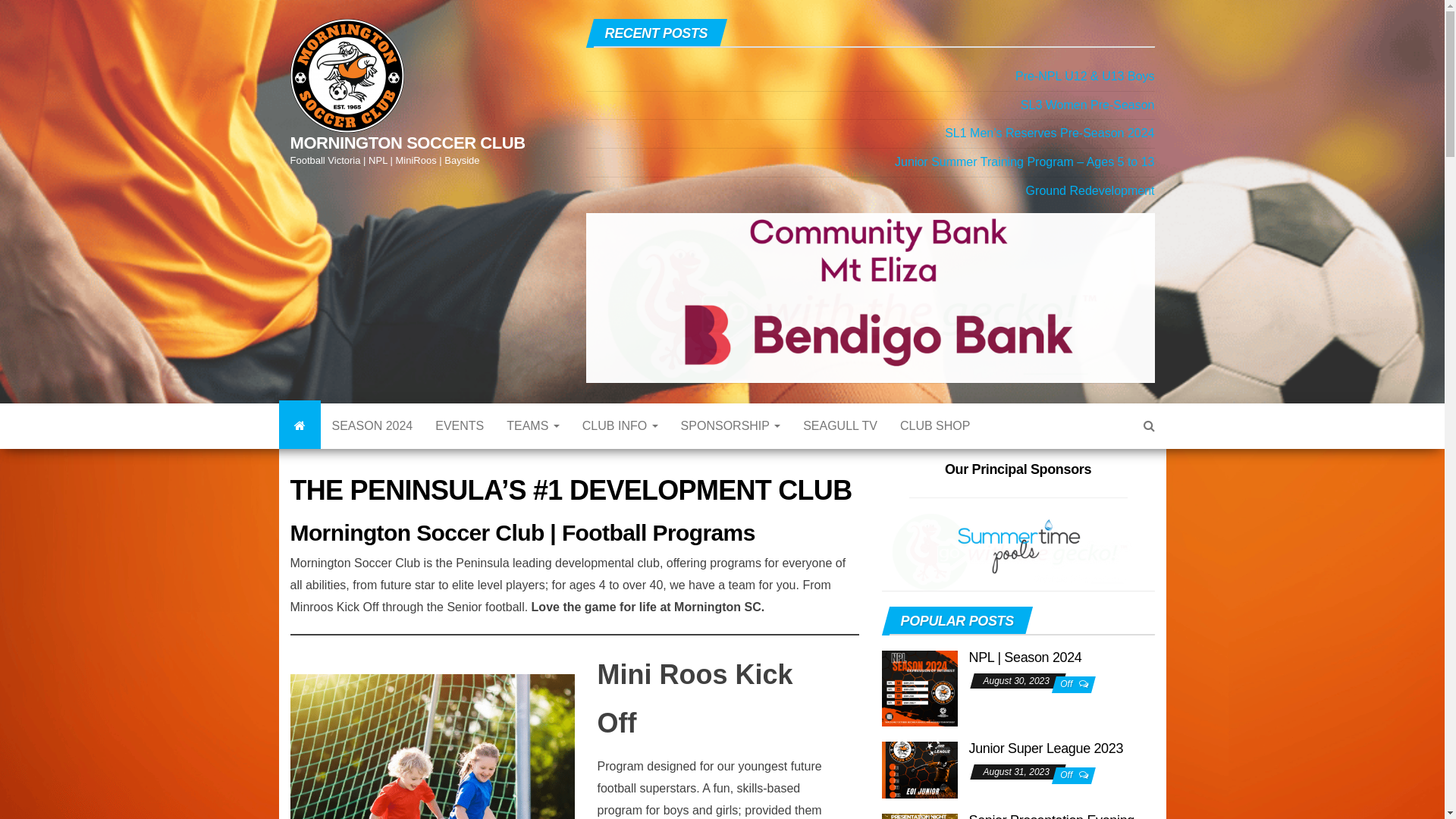  What do you see at coordinates (888, 447) in the screenshot?
I see `'CLUB SHOP'` at bounding box center [888, 447].